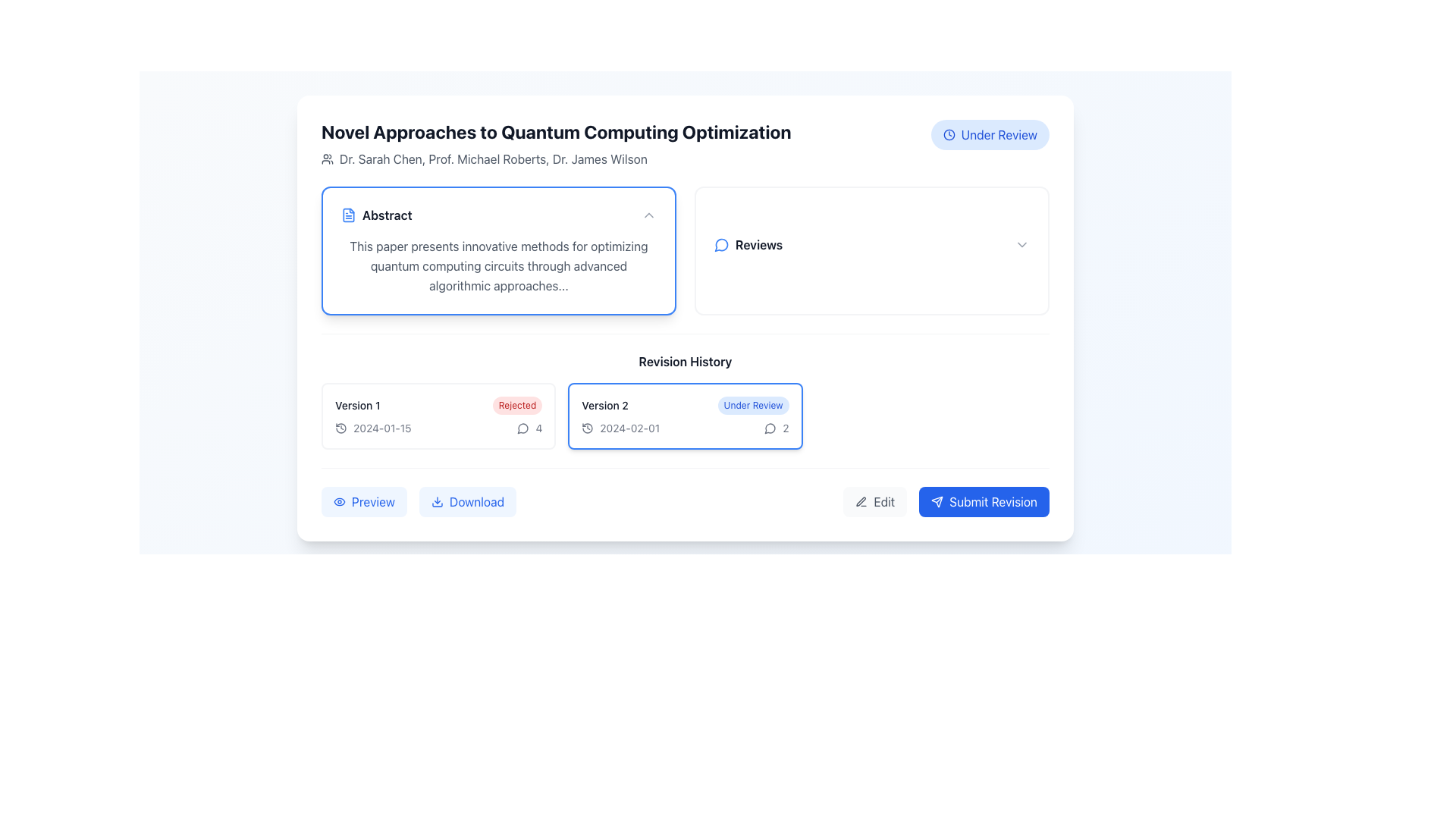 The image size is (1456, 819). I want to click on the Text label indicating the 'Version 2' in the 'Revision History' section, which precedes the text 'Under Review', so click(604, 405).